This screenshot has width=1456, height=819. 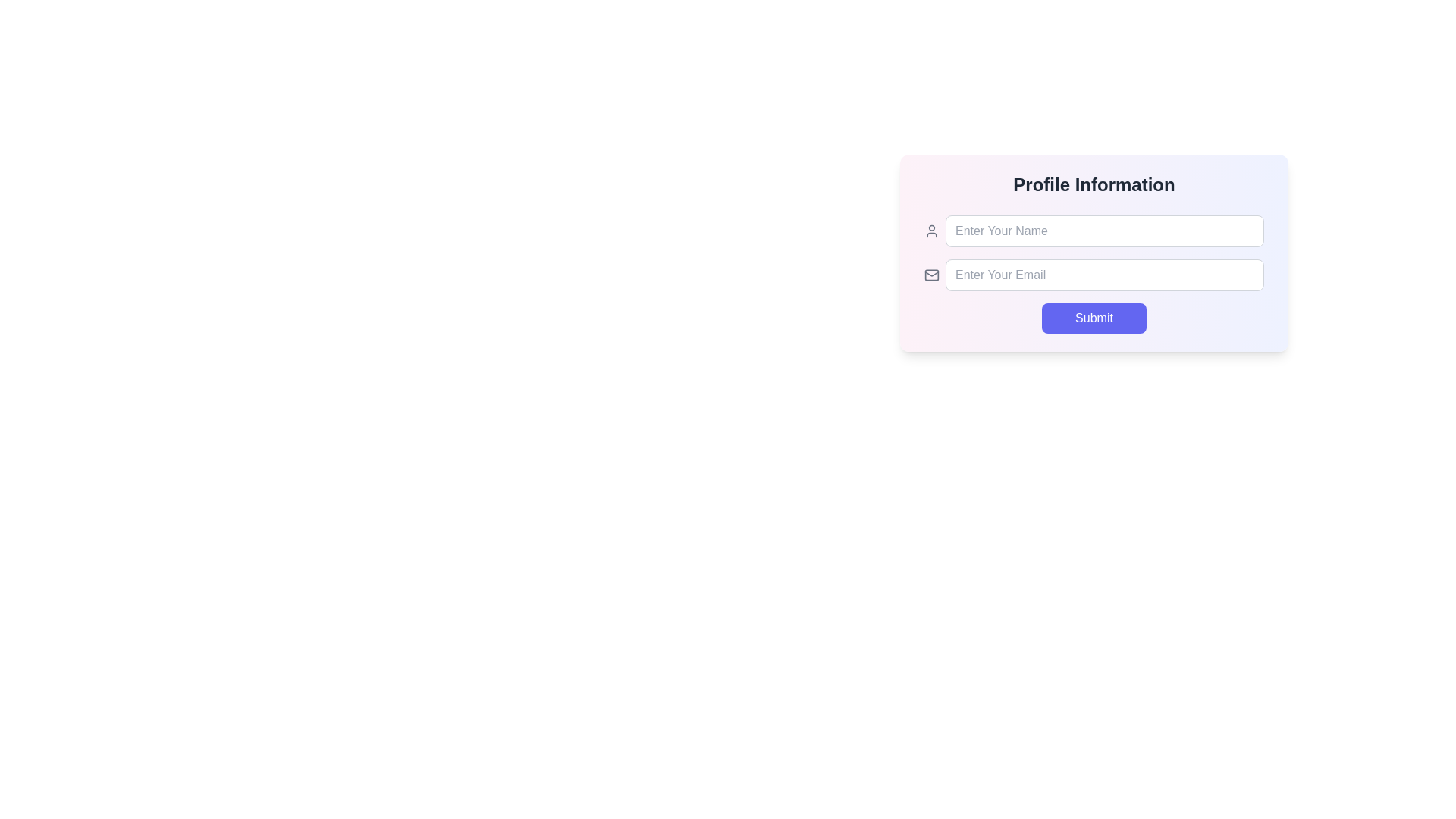 I want to click on the main rectangular section of the envelope icon located to the left of the email input field in the form, so click(x=930, y=275).